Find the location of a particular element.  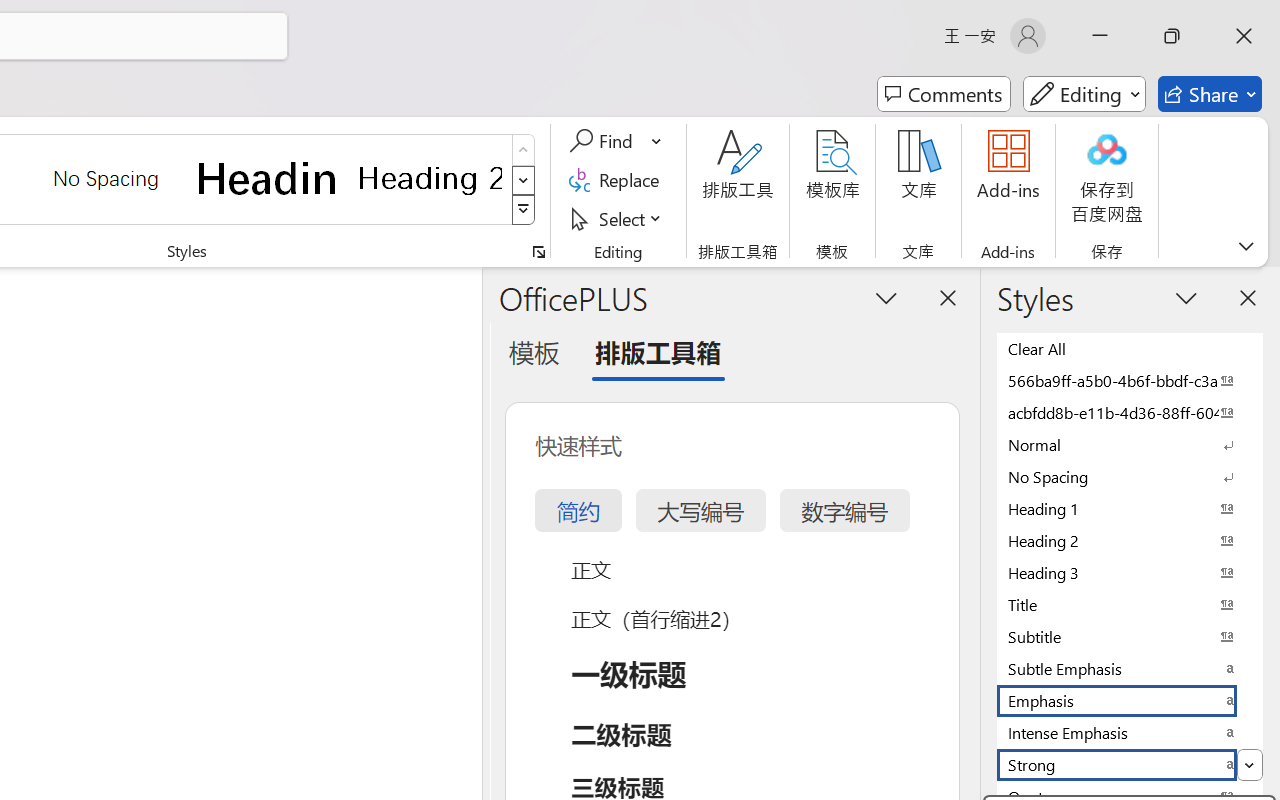

'Class: NetUIImage' is located at coordinates (524, 210).